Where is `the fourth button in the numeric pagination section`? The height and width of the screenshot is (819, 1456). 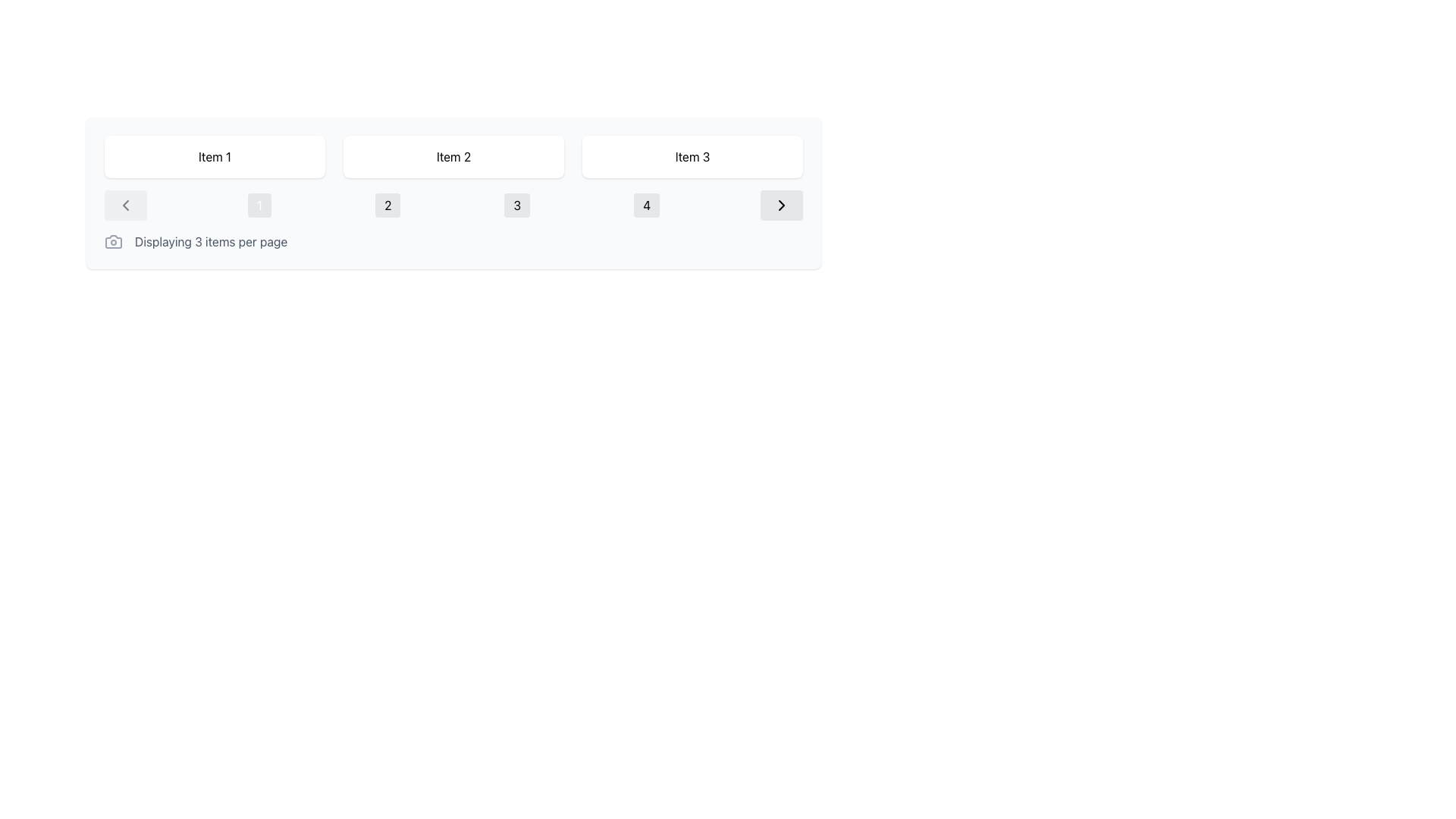
the fourth button in the numeric pagination section is located at coordinates (647, 205).